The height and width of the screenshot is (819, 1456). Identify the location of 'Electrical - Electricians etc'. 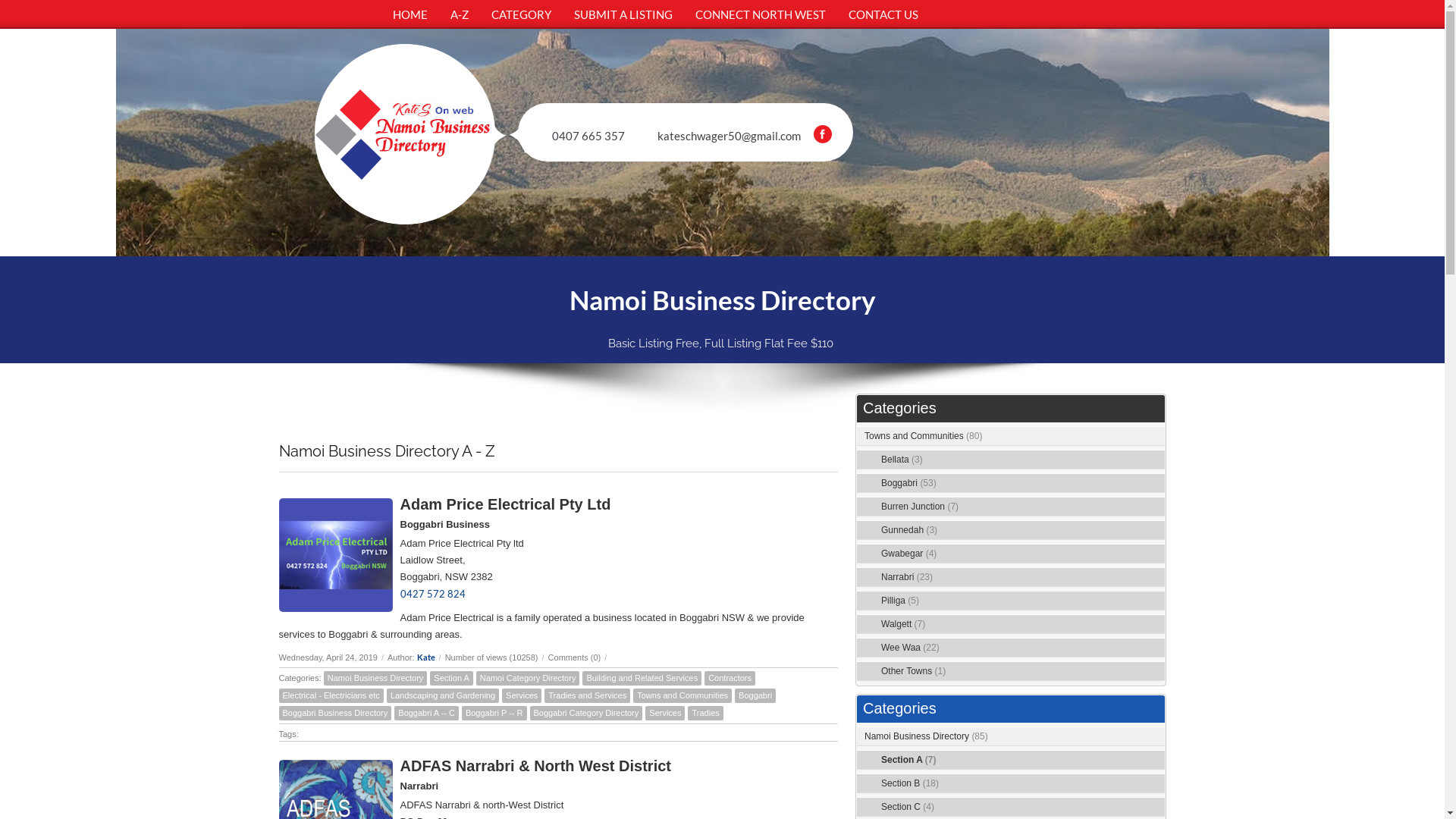
(330, 695).